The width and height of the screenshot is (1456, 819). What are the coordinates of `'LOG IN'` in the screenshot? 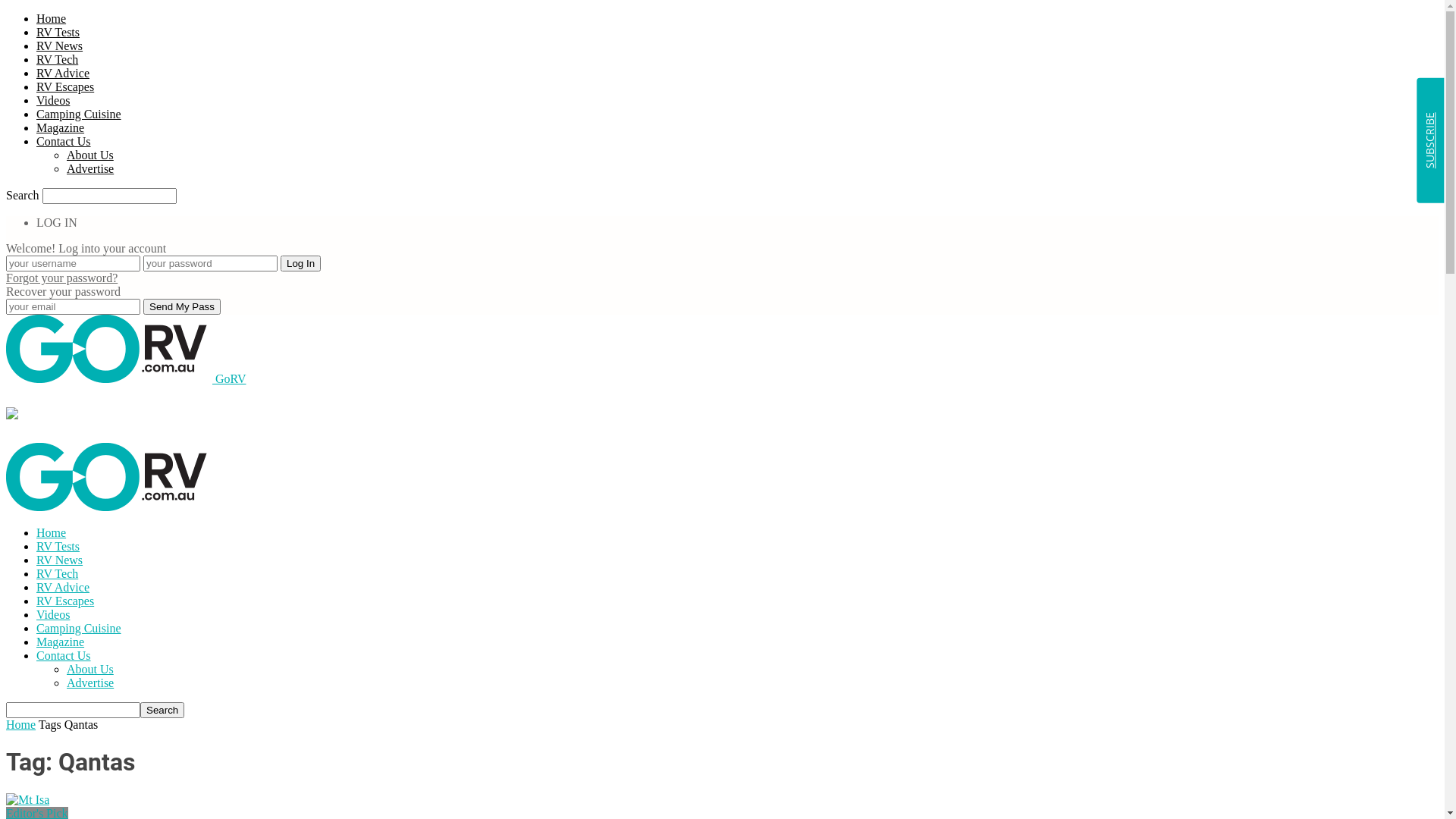 It's located at (57, 222).